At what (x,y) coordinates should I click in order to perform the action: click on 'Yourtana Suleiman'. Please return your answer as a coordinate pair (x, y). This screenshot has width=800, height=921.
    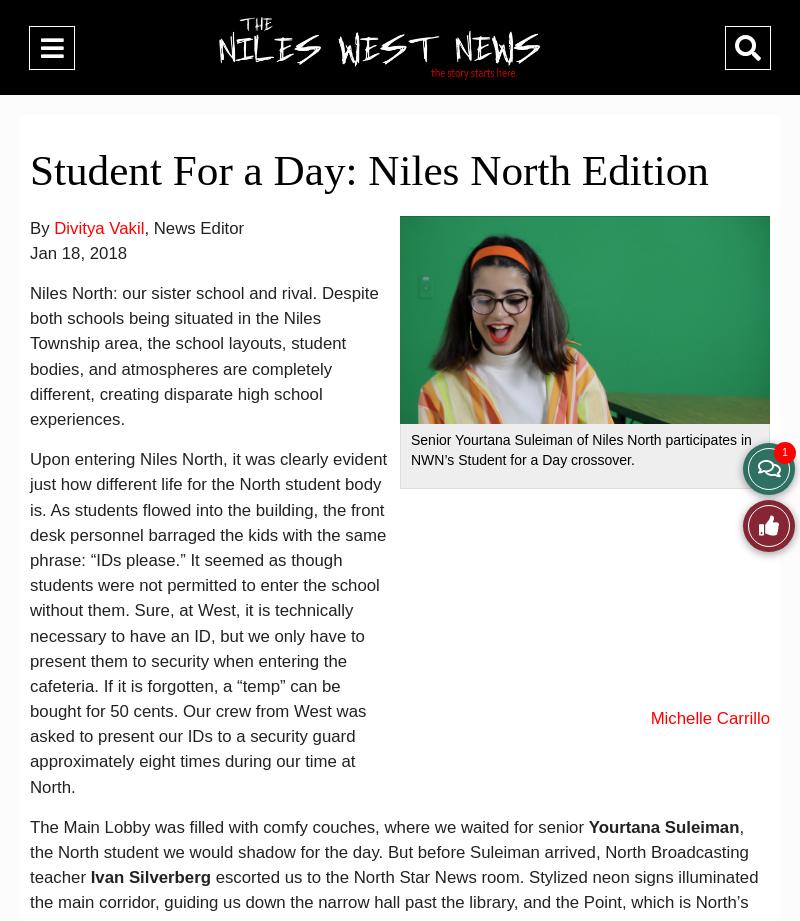
    Looking at the image, I should click on (587, 825).